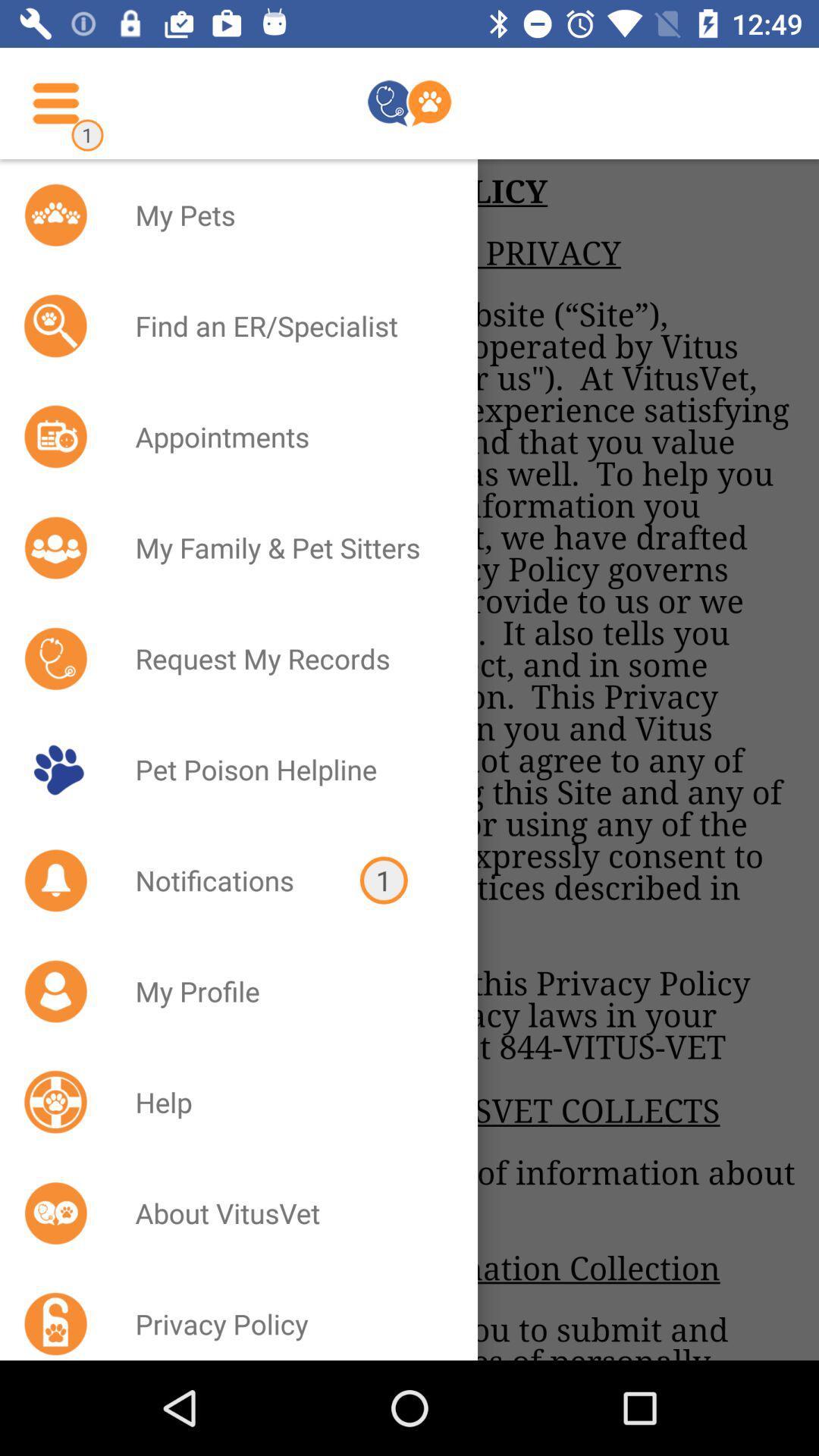  What do you see at coordinates (227, 880) in the screenshot?
I see `notifications icon` at bounding box center [227, 880].